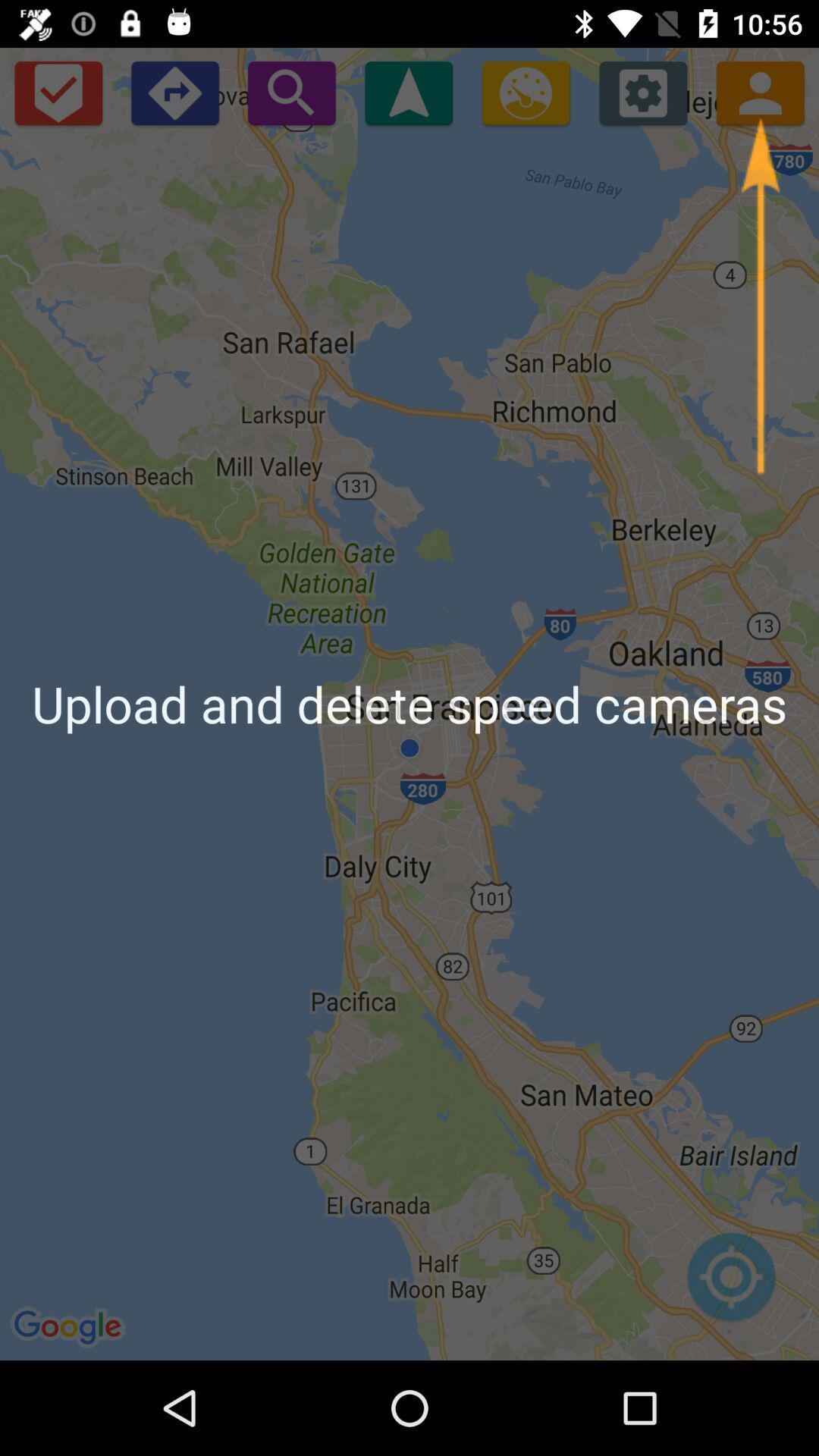 The image size is (819, 1456). I want to click on use search option, so click(291, 92).